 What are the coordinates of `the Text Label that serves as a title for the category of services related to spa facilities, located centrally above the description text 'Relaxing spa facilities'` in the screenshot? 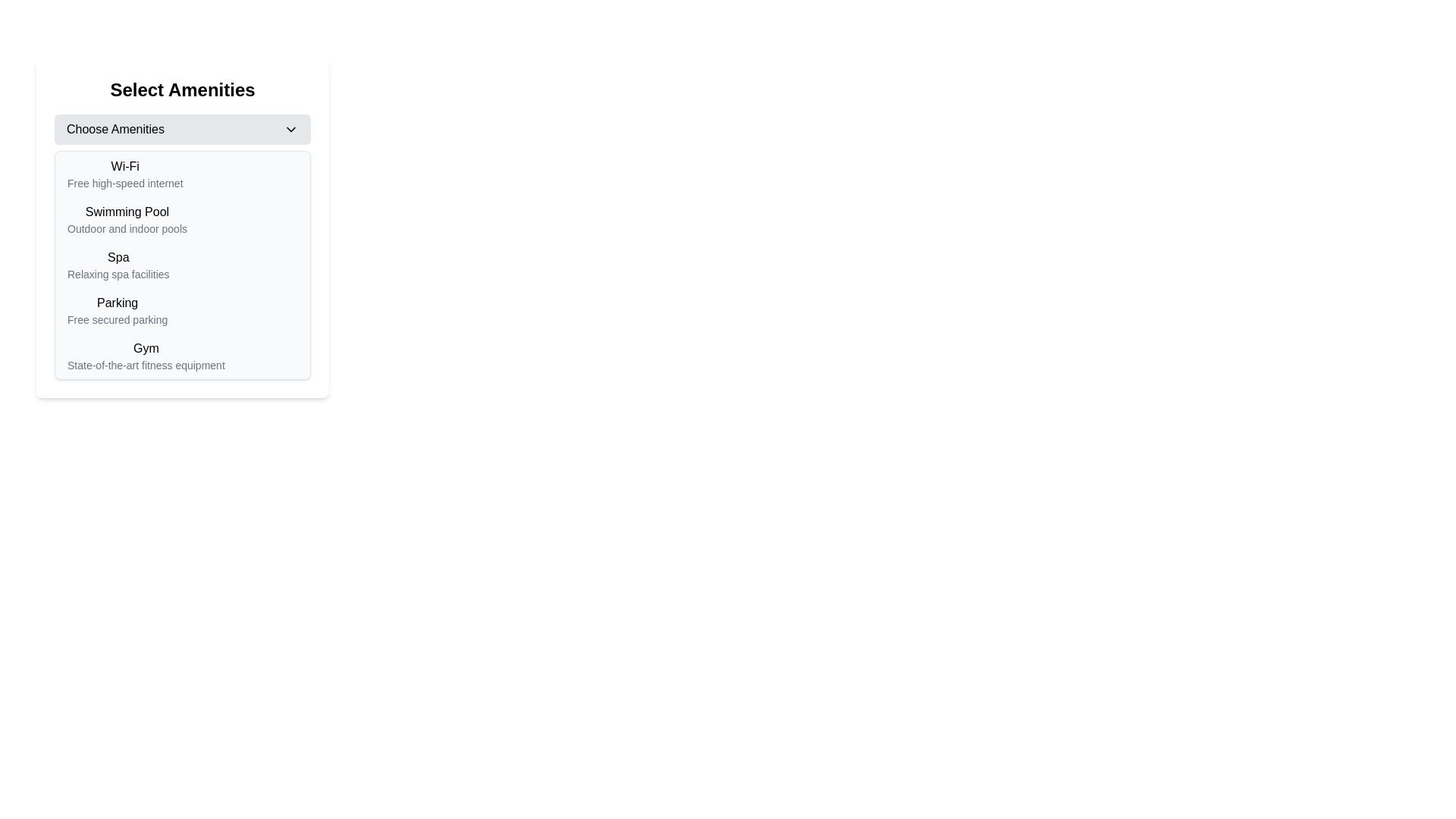 It's located at (118, 256).